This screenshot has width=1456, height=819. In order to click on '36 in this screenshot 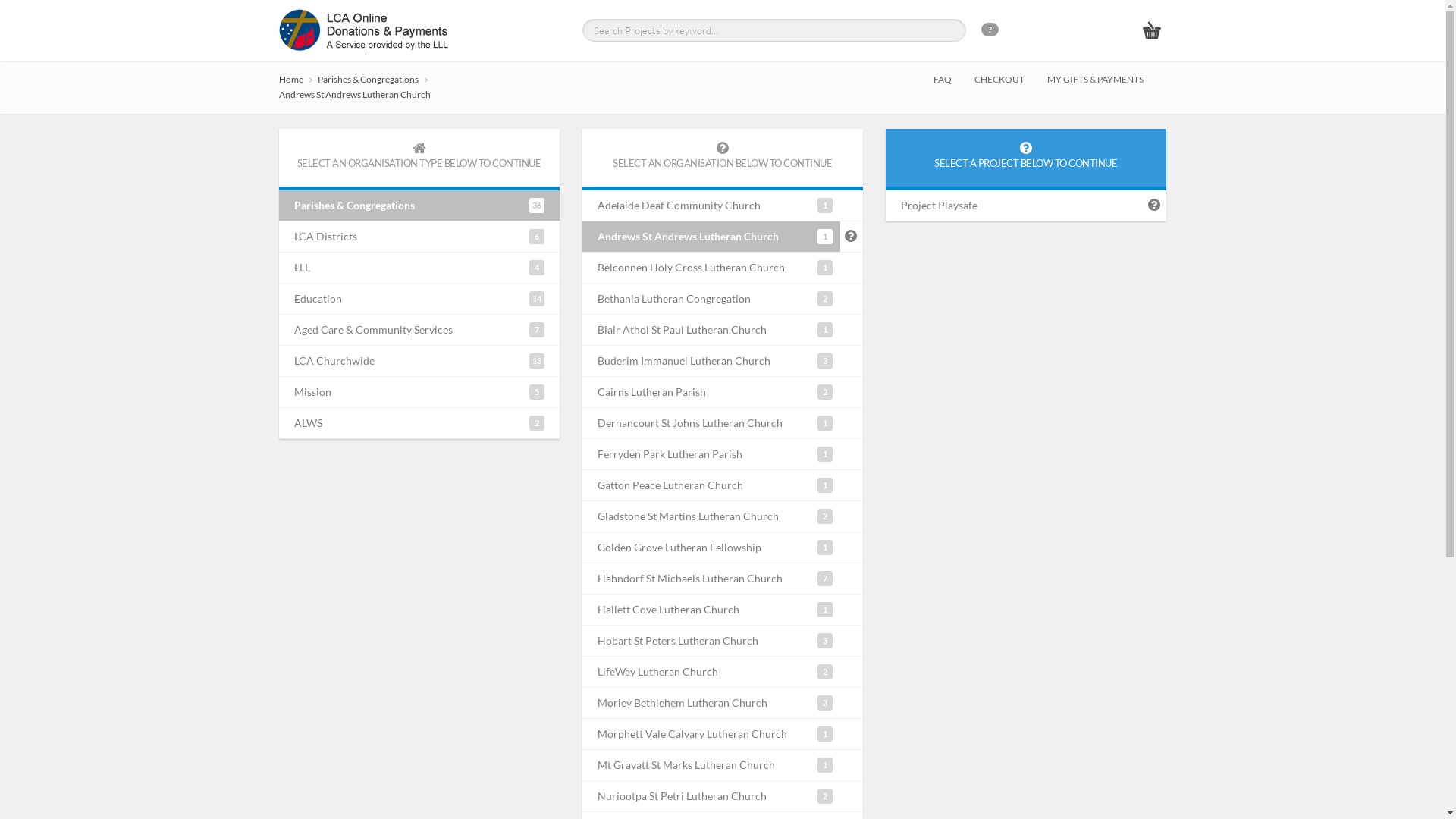, I will do `click(419, 205)`.